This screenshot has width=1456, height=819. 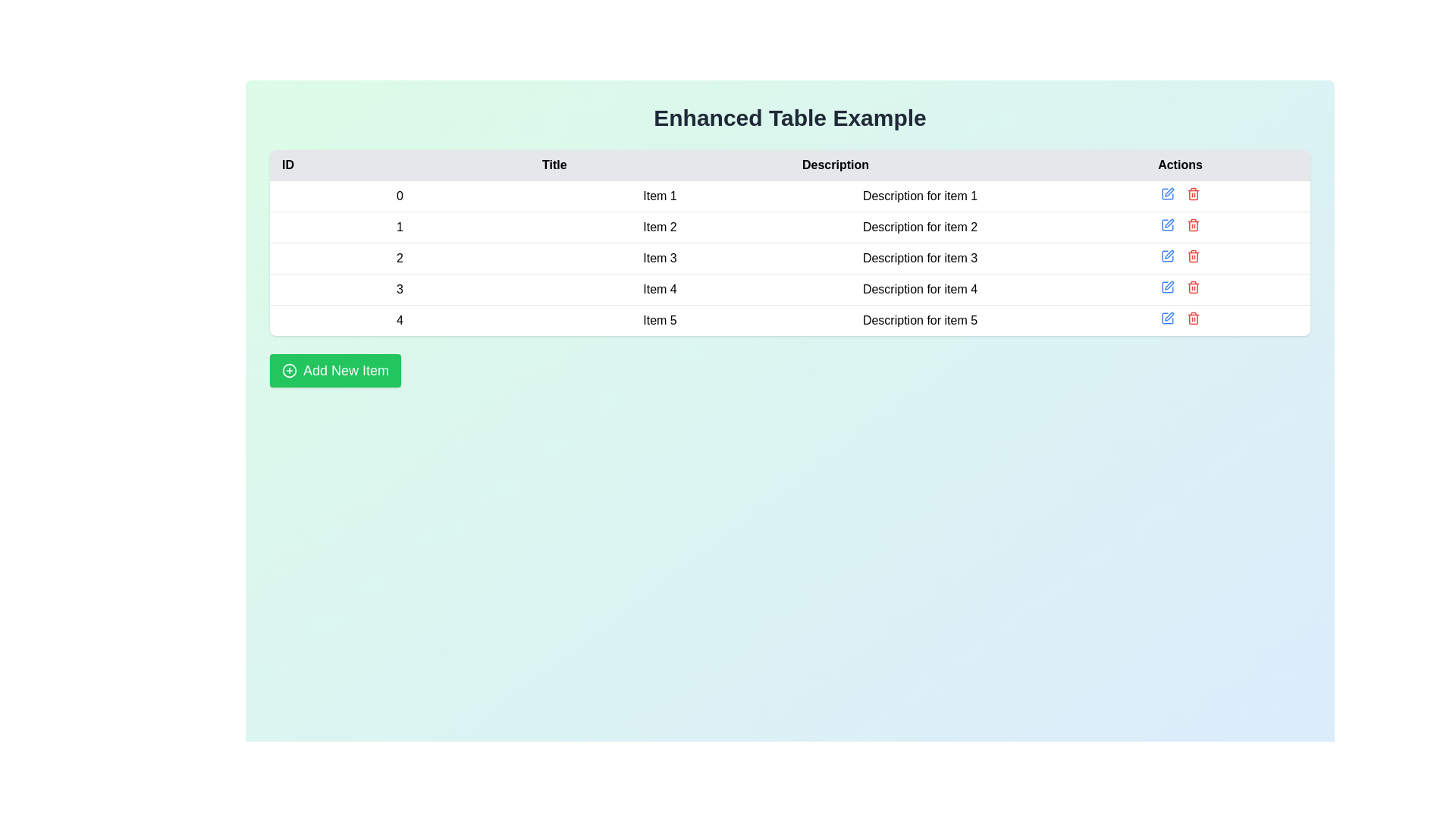 What do you see at coordinates (789, 318) in the screenshot?
I see `the last table row containing ID '4', title 'Item 5', and description 'Description for item 5'` at bounding box center [789, 318].